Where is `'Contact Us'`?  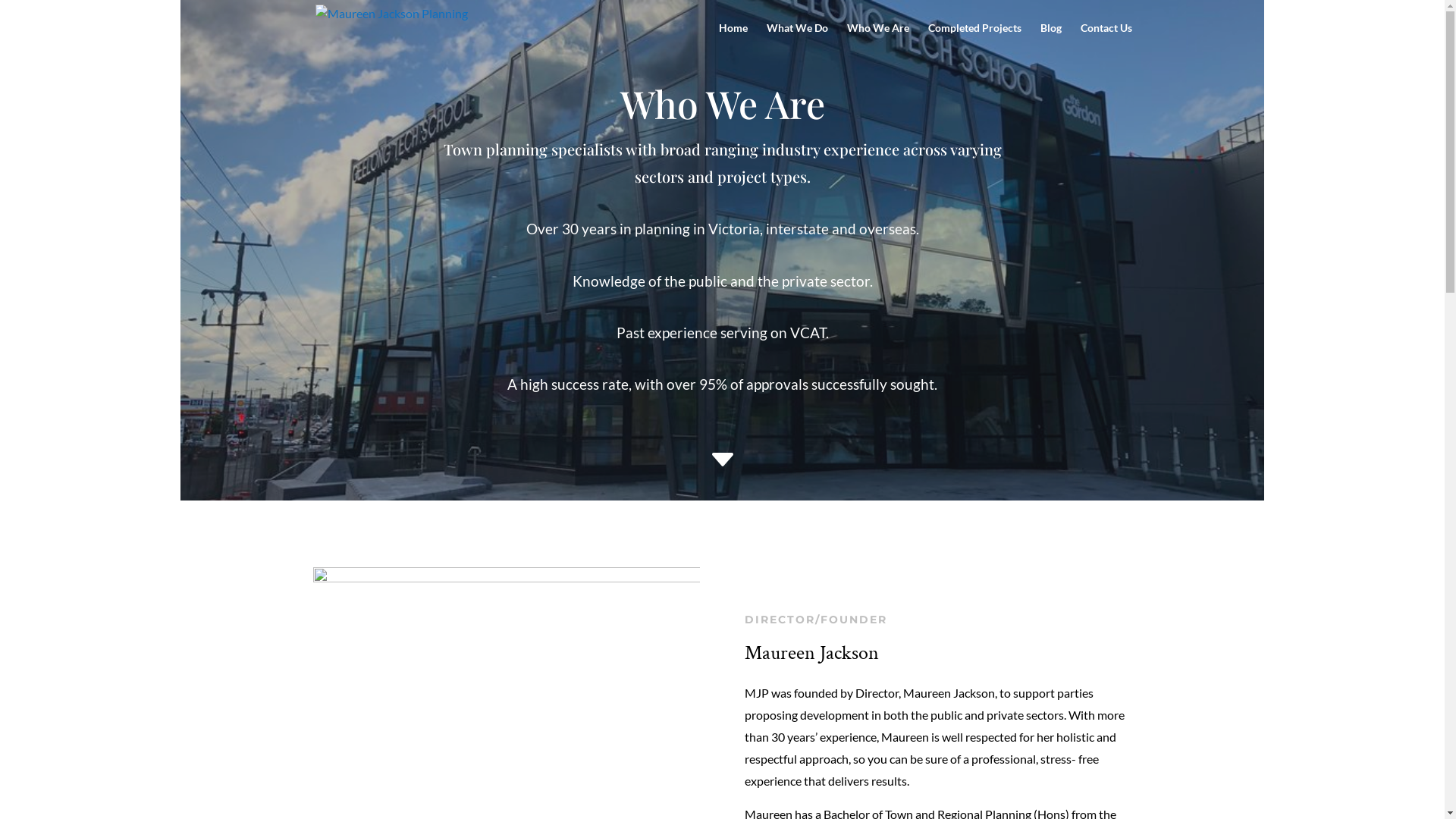 'Contact Us' is located at coordinates (1106, 38).